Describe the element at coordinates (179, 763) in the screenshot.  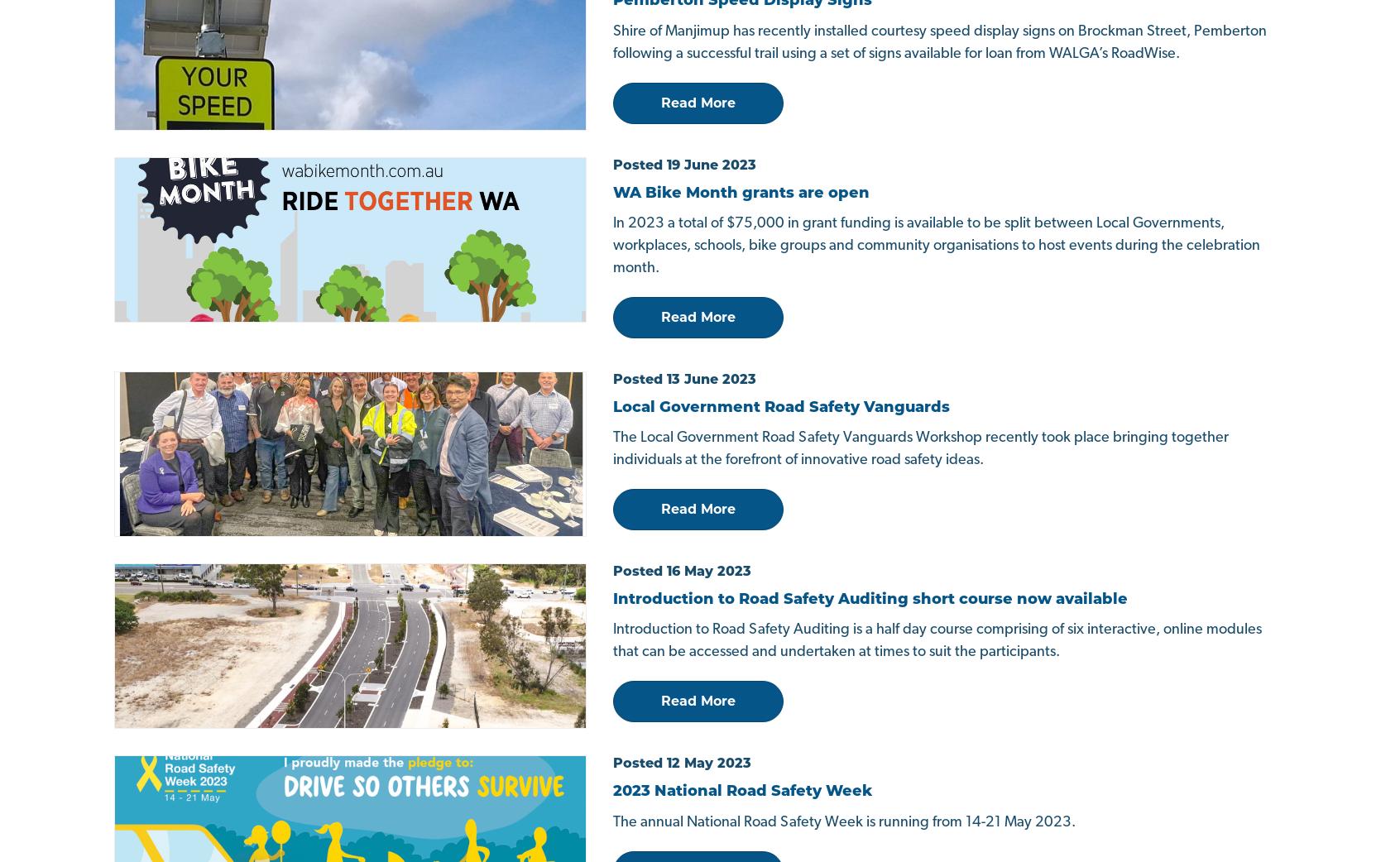
I see `'© WALGA Roadwise Program'` at that location.